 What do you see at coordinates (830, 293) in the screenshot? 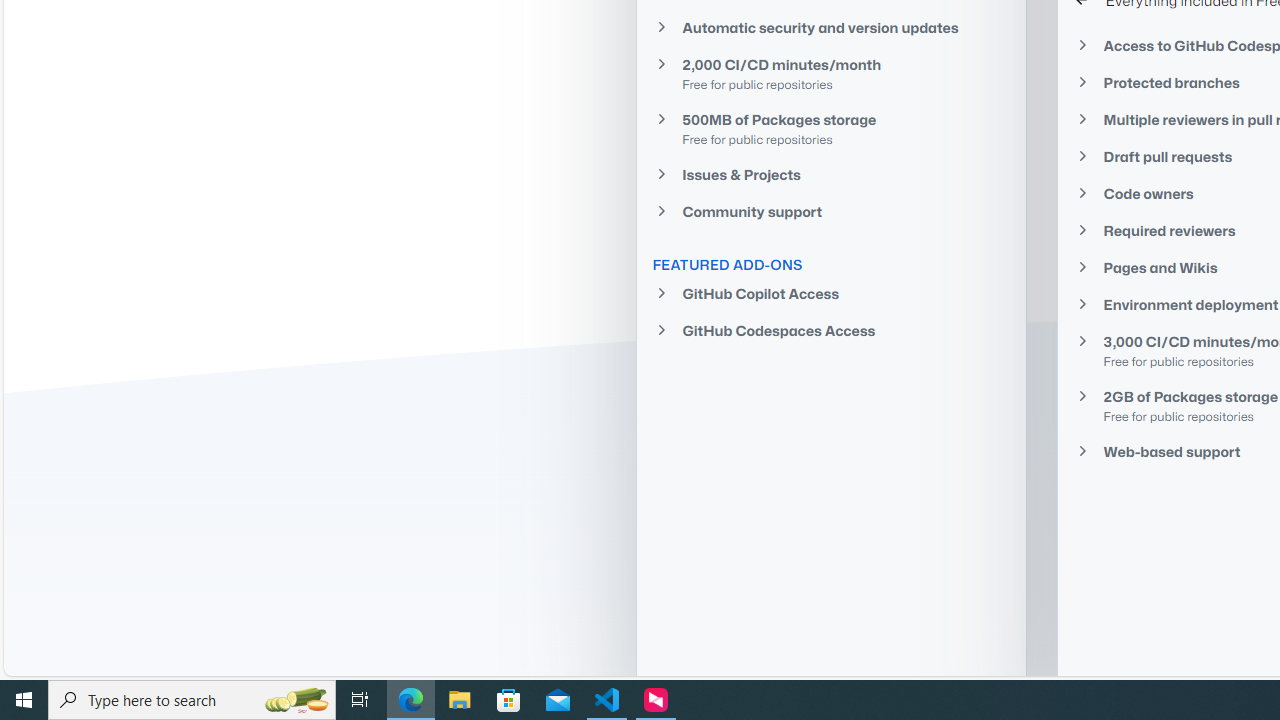
I see `'GitHub Copilot Access'` at bounding box center [830, 293].